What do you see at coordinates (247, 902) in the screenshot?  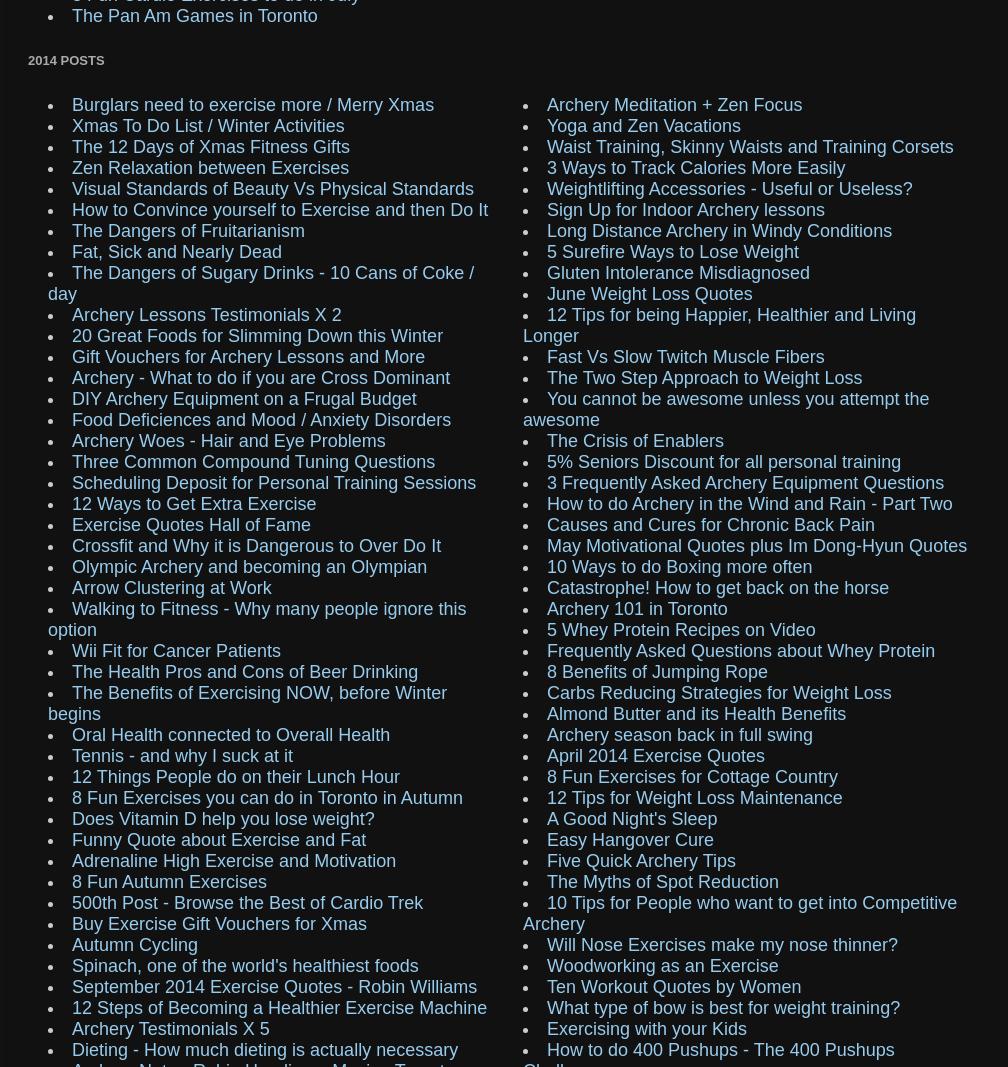 I see `'500th Post - Browse the Best of Cardio Trek'` at bounding box center [247, 902].